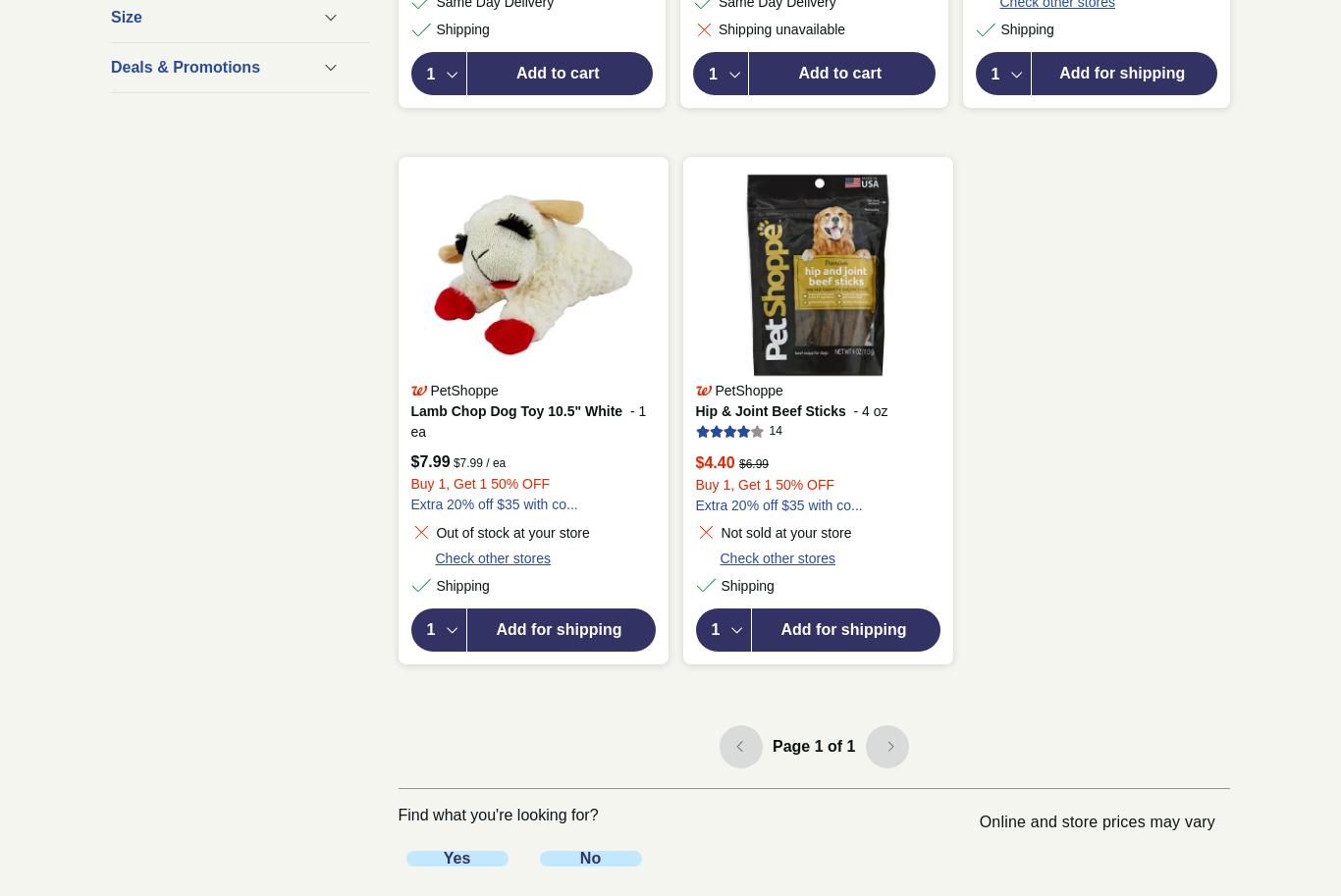  Describe the element at coordinates (782, 530) in the screenshot. I see `'Not sold at your store'` at that location.